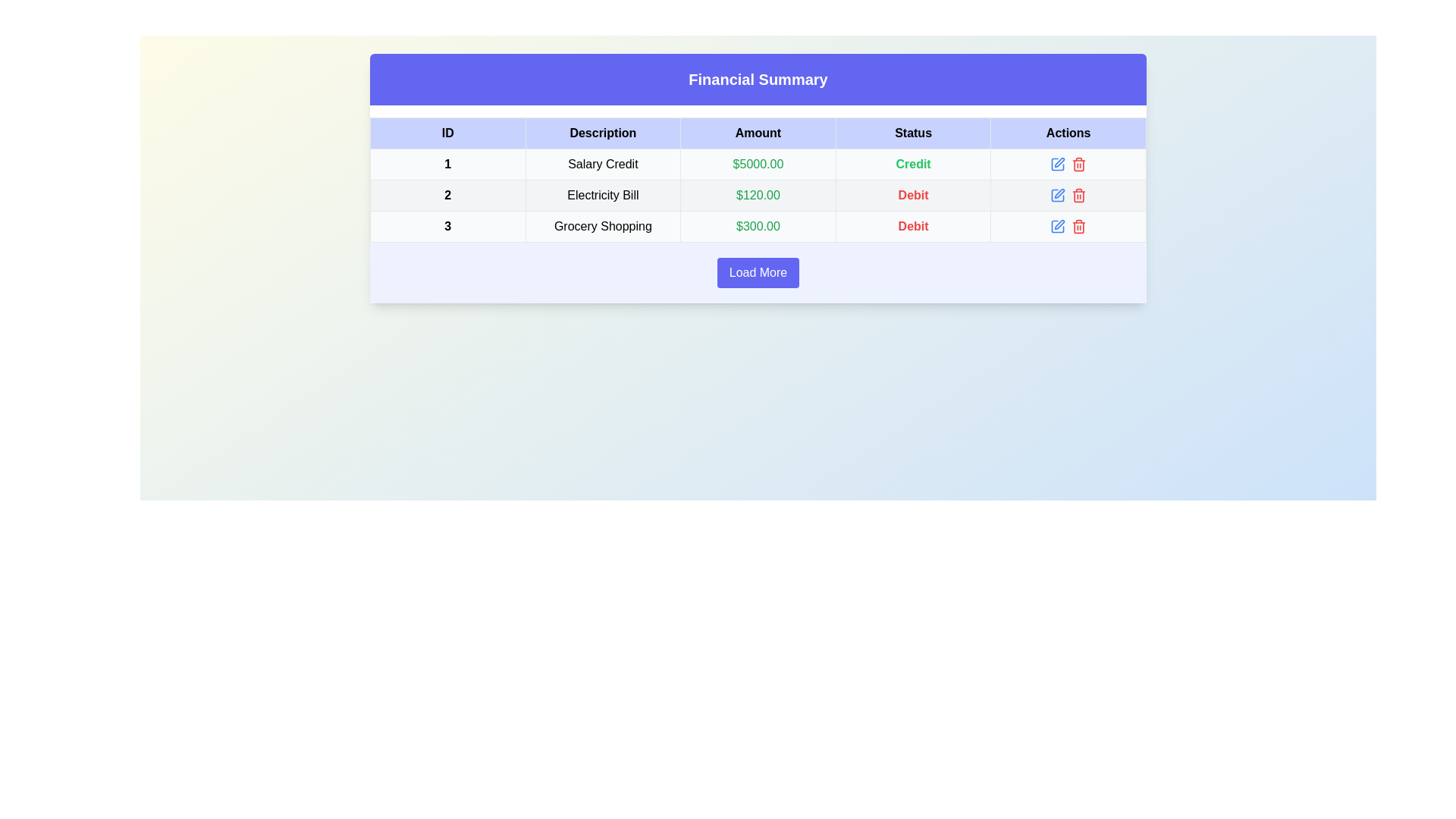 This screenshot has width=1456, height=819. Describe the element at coordinates (1068, 164) in the screenshot. I see `the grouped icons for actions in the first row of the table associated with 'Salary Credit' using keyboard navigation` at that location.